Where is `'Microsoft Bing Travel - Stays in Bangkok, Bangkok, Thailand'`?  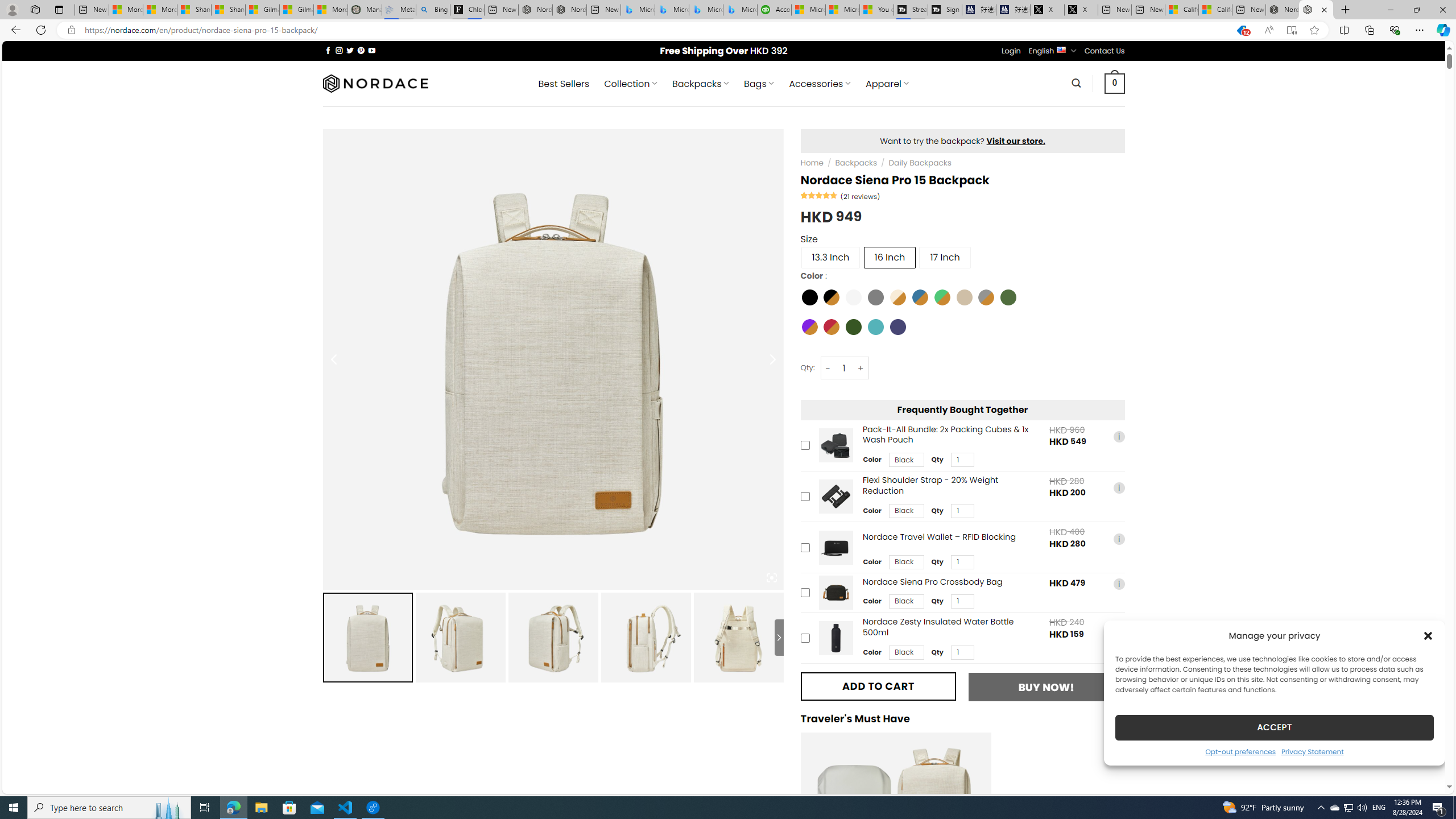 'Microsoft Bing Travel - Stays in Bangkok, Bangkok, Thailand' is located at coordinates (672, 9).